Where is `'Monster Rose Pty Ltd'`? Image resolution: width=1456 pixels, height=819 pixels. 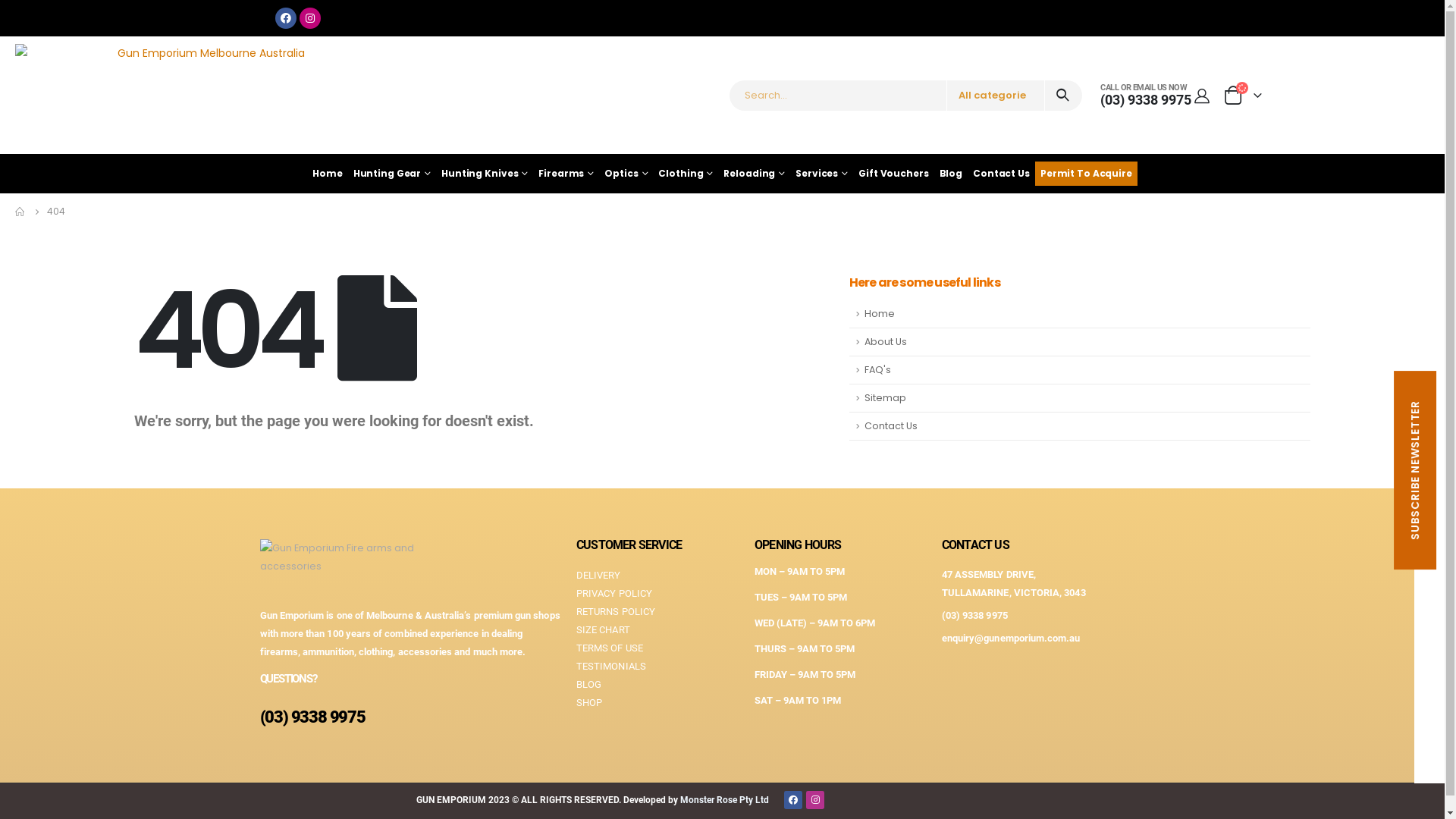 'Monster Rose Pty Ltd' is located at coordinates (723, 799).